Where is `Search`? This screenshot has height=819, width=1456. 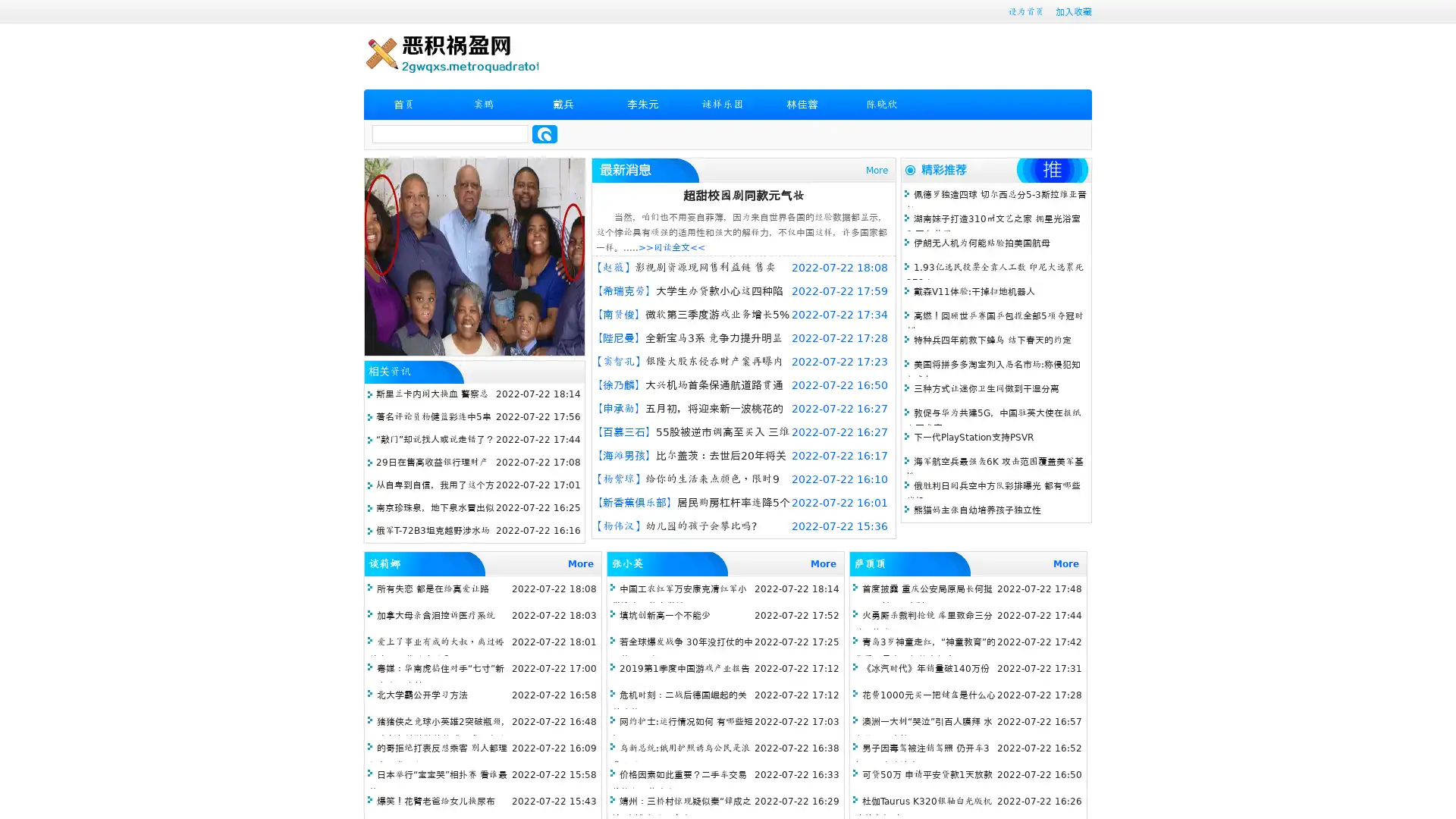 Search is located at coordinates (544, 133).